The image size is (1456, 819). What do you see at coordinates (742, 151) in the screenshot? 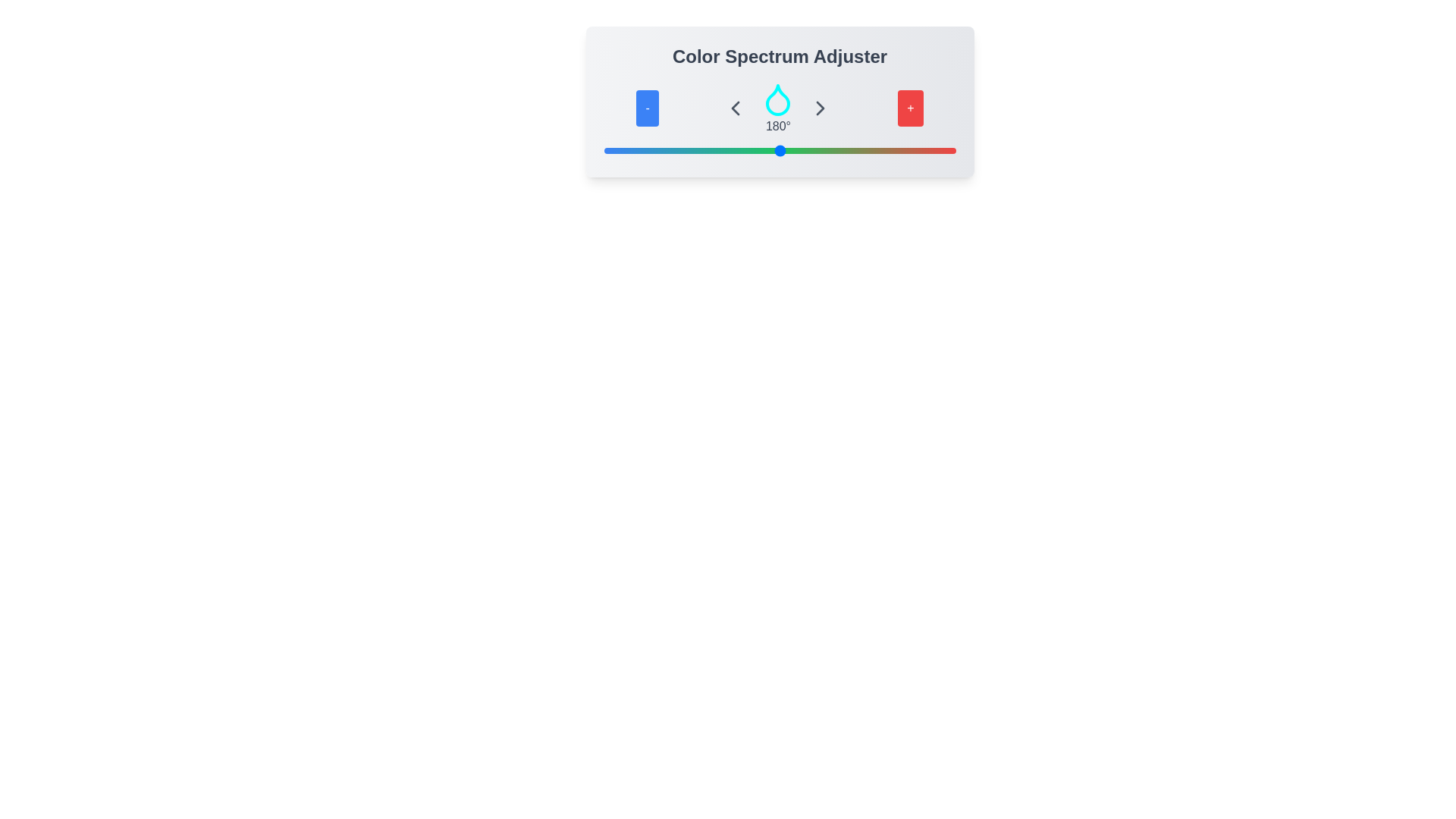
I see `the slider to set the color spectrum to 142` at bounding box center [742, 151].